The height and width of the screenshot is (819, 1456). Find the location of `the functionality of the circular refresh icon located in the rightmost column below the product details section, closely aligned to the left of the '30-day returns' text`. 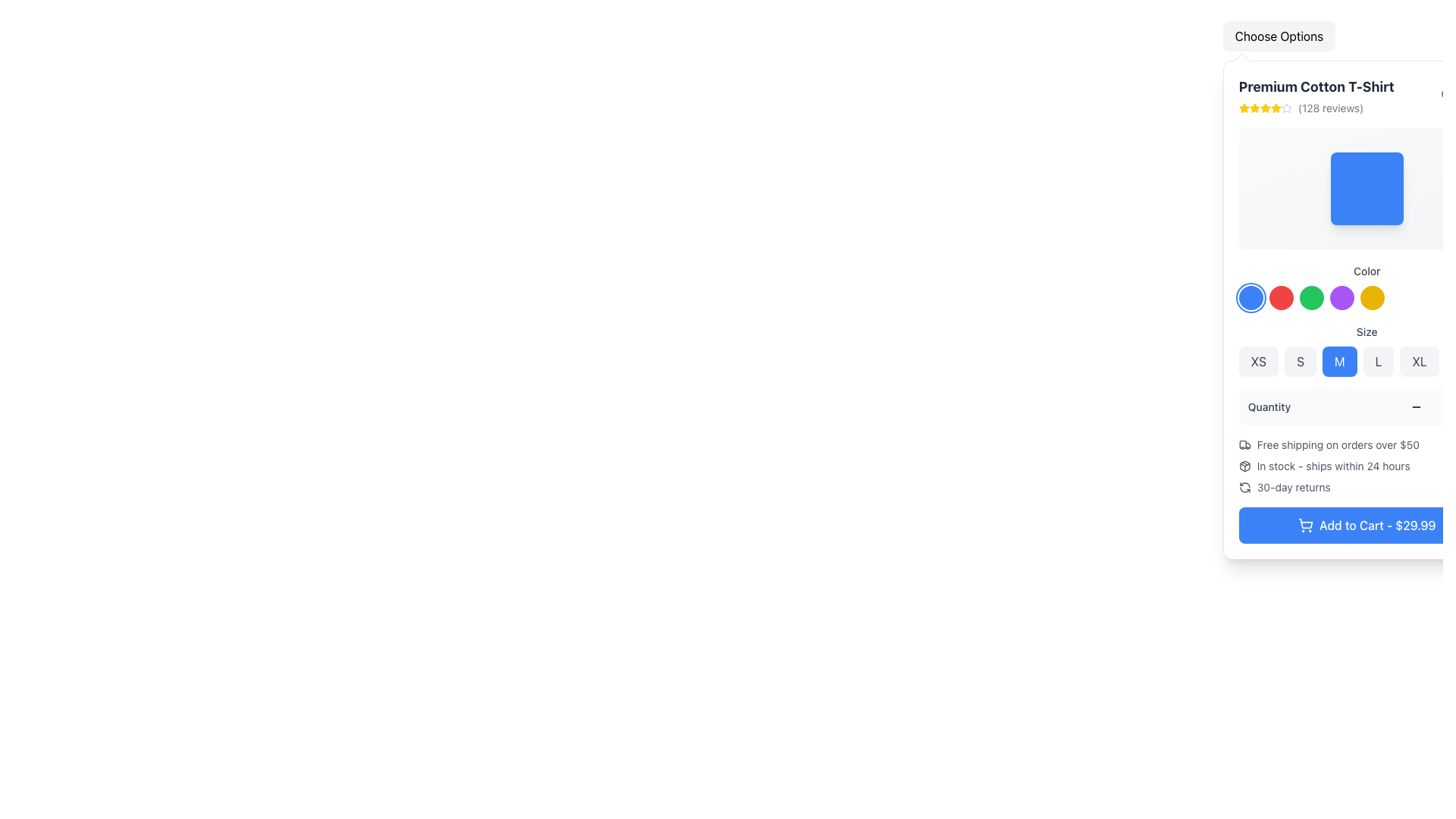

the functionality of the circular refresh icon located in the rightmost column below the product details section, closely aligned to the left of the '30-day returns' text is located at coordinates (1244, 488).